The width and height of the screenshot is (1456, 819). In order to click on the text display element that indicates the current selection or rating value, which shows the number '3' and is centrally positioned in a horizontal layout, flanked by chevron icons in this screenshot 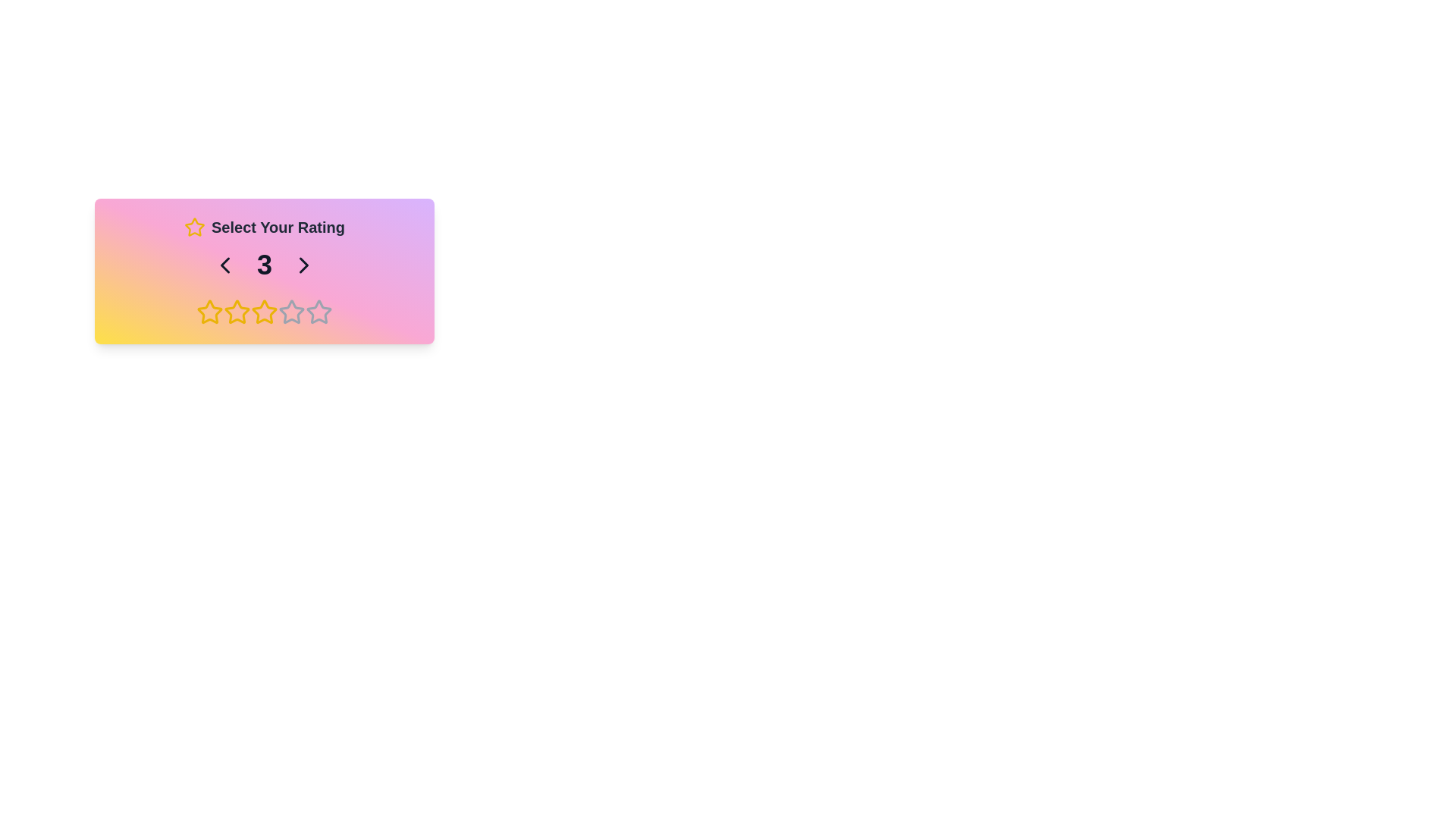, I will do `click(265, 265)`.